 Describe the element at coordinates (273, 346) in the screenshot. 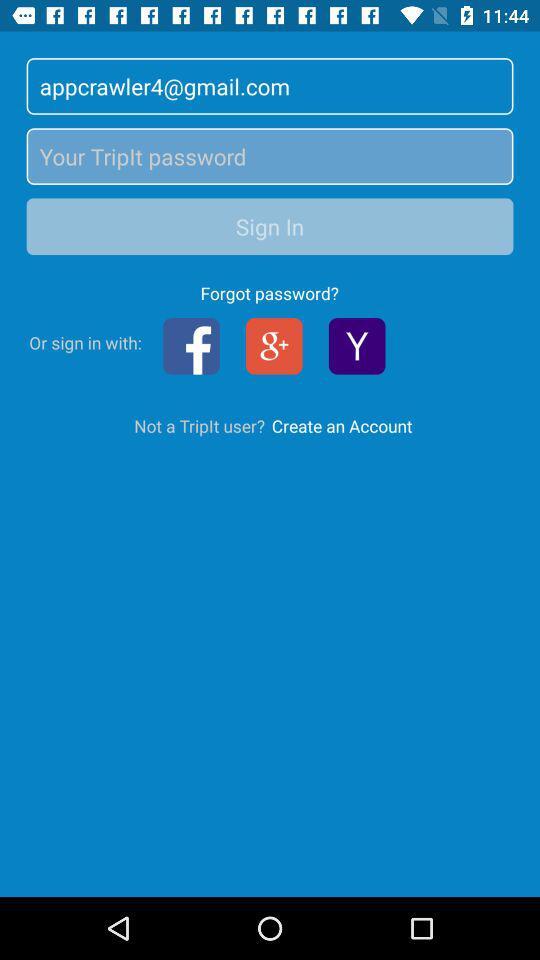

I see `the group icon` at that location.